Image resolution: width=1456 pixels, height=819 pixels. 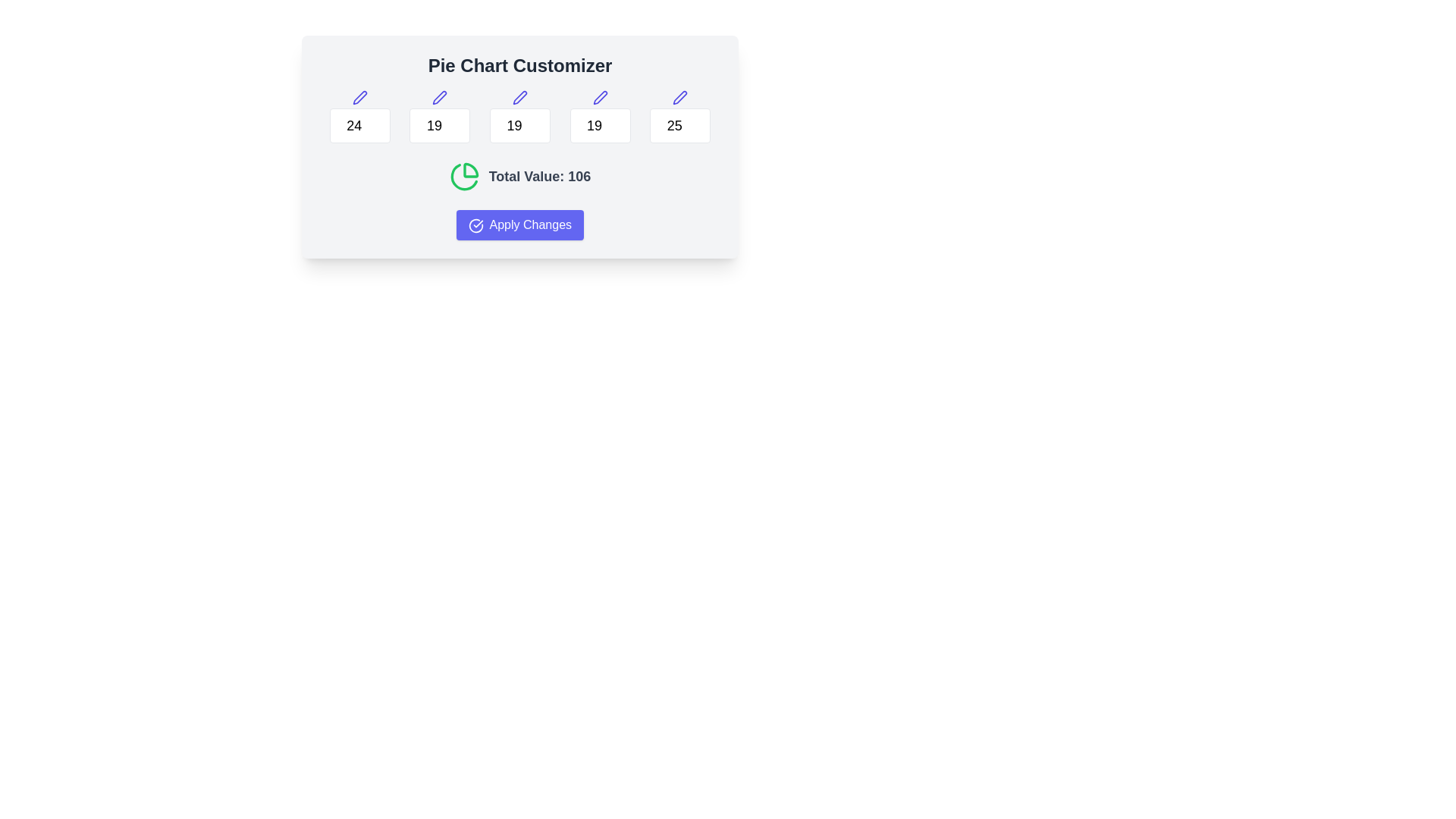 I want to click on the numeric input box in the 'Pie Chart Customizer' interface, so click(x=520, y=116).